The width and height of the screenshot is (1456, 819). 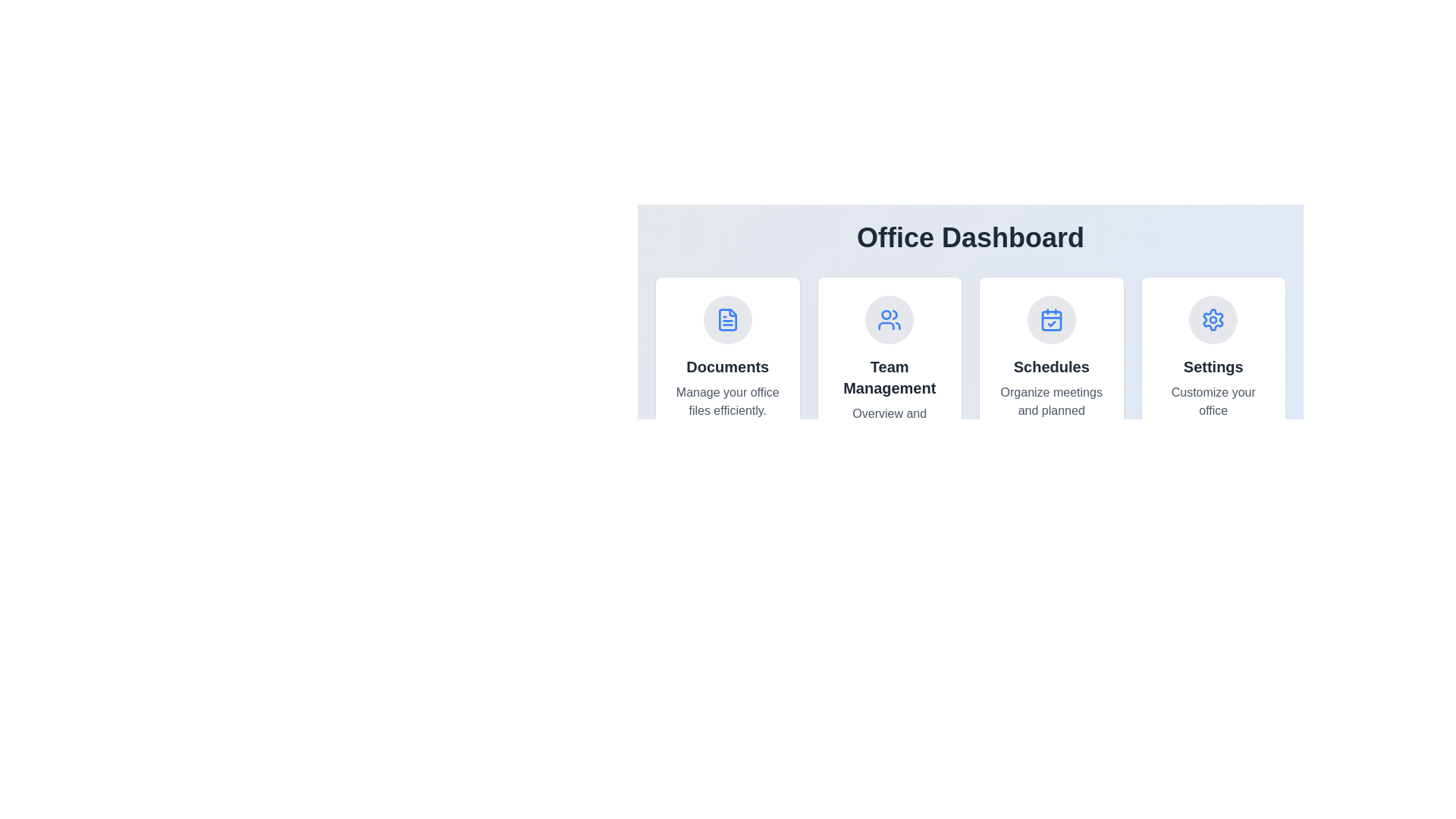 I want to click on the calendar icon with a checkmark, styled in a blue outline, located on the third card under 'Office Dashboard', directly above the text 'Schedules', so click(x=1050, y=318).